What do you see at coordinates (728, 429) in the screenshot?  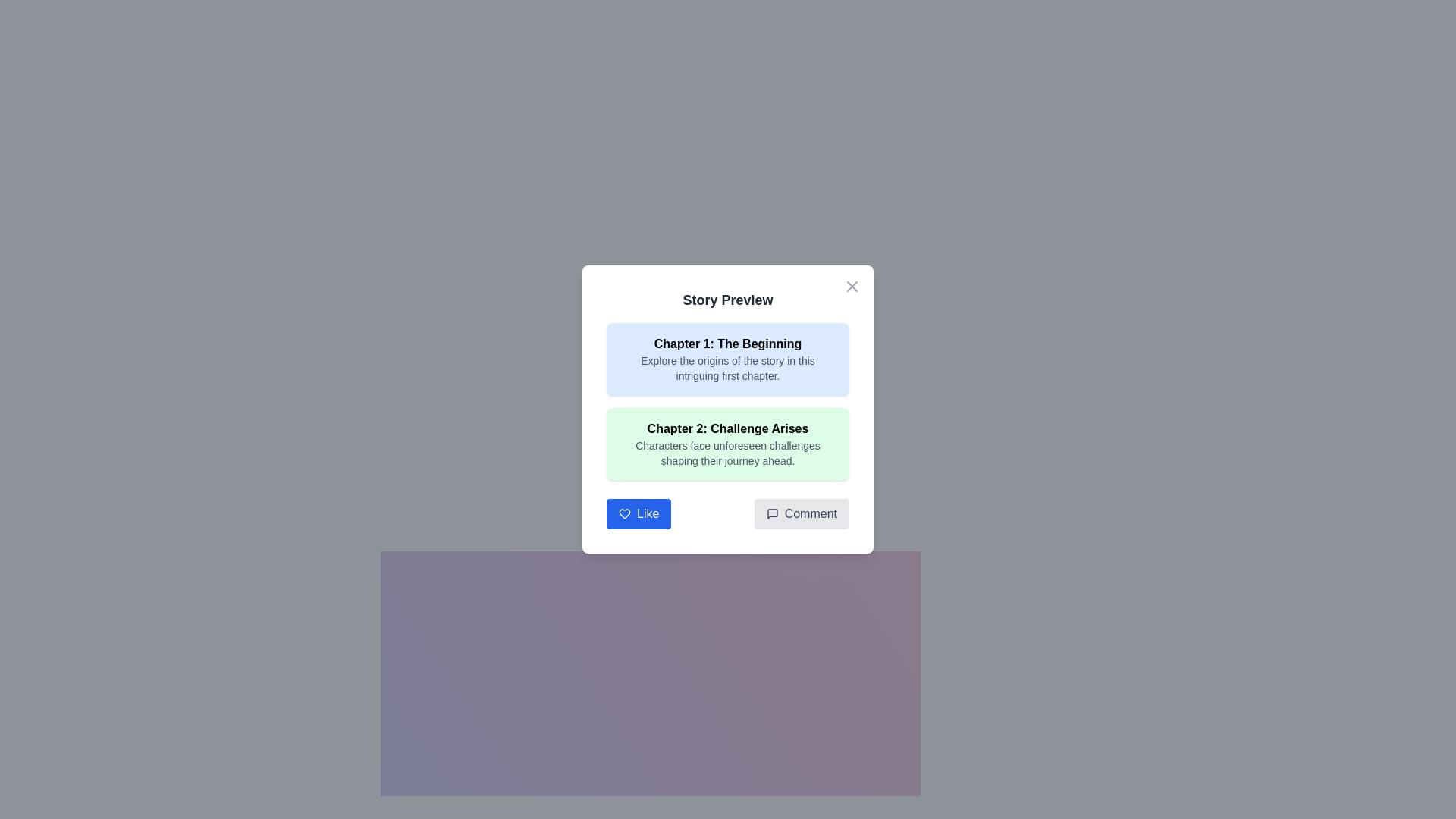 I see `the bold text label displaying the title of the second chapter in the 'Story Preview' modal, located at the top of the green-highlighted box` at bounding box center [728, 429].